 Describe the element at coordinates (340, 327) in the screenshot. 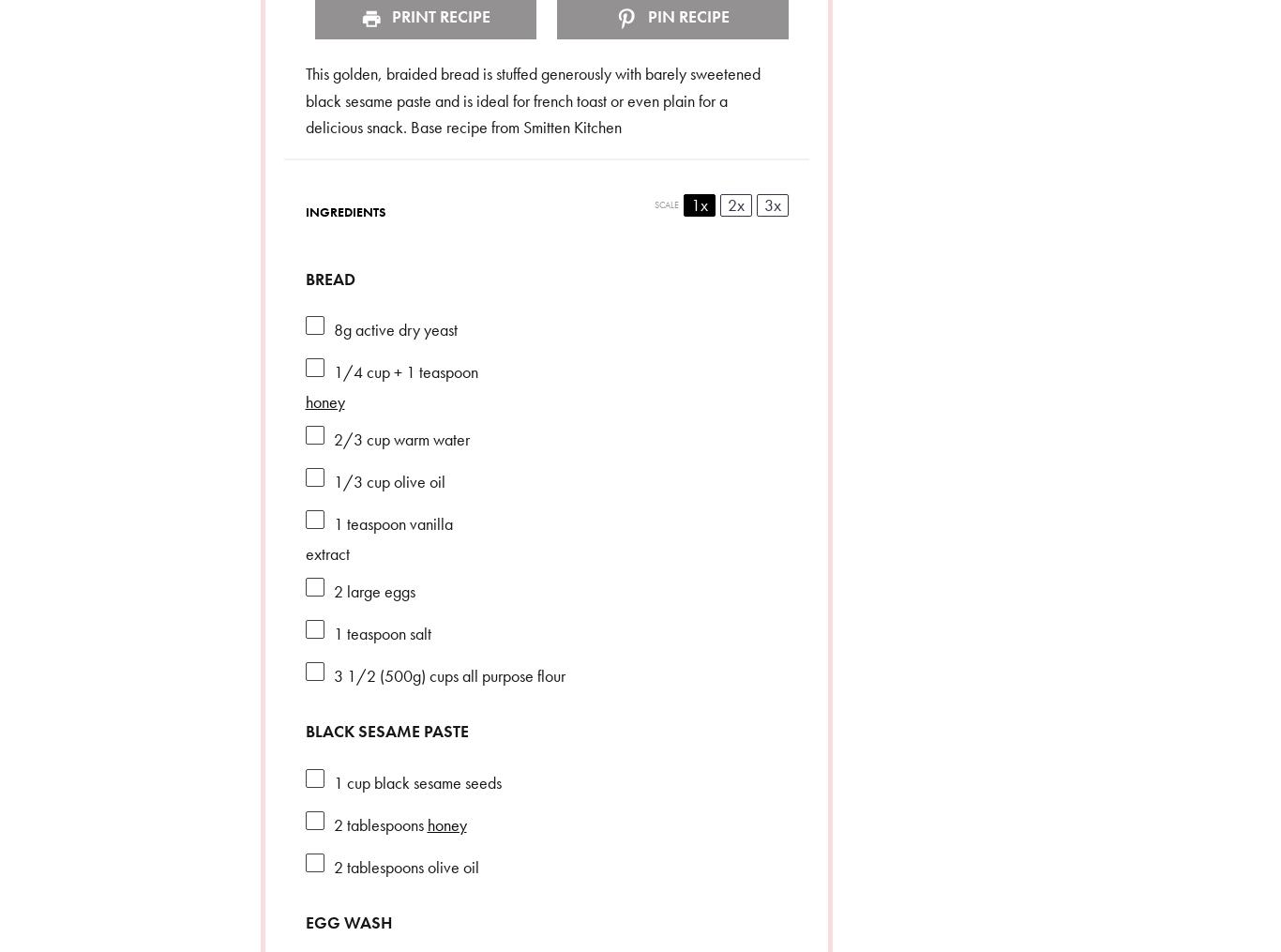

I see `'8g'` at that location.